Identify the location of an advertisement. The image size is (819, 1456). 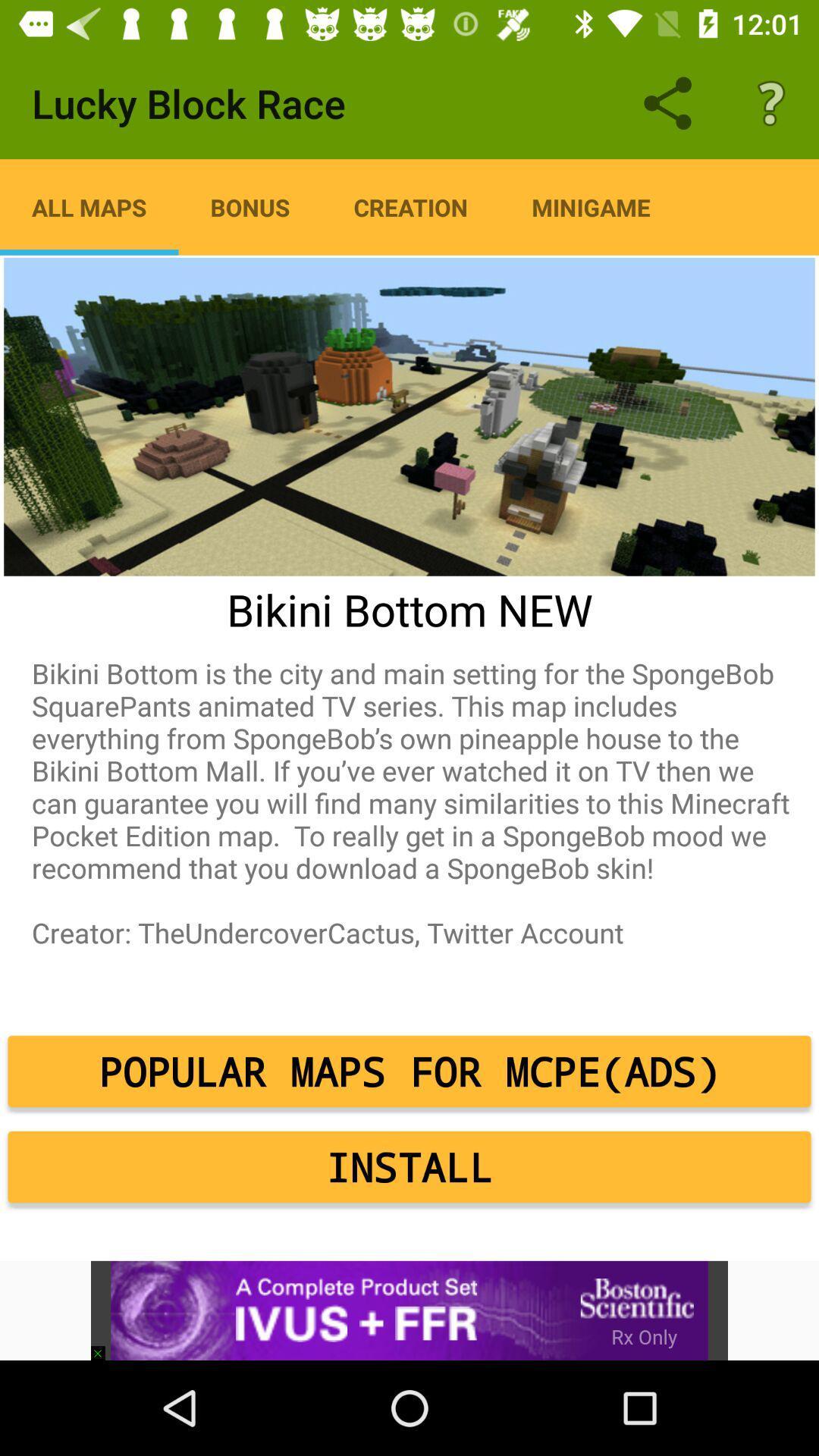
(409, 1310).